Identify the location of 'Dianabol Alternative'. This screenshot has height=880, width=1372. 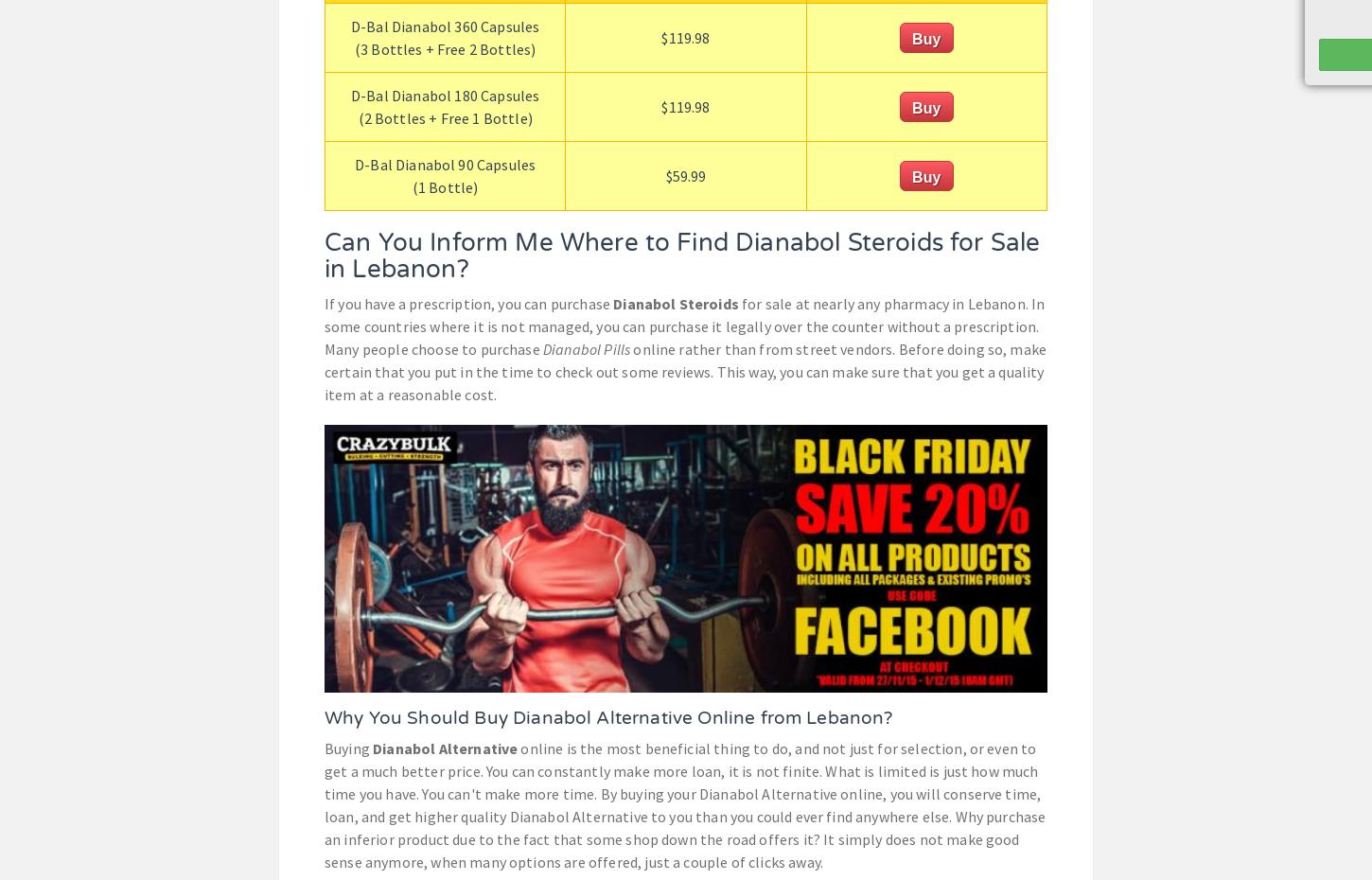
(444, 747).